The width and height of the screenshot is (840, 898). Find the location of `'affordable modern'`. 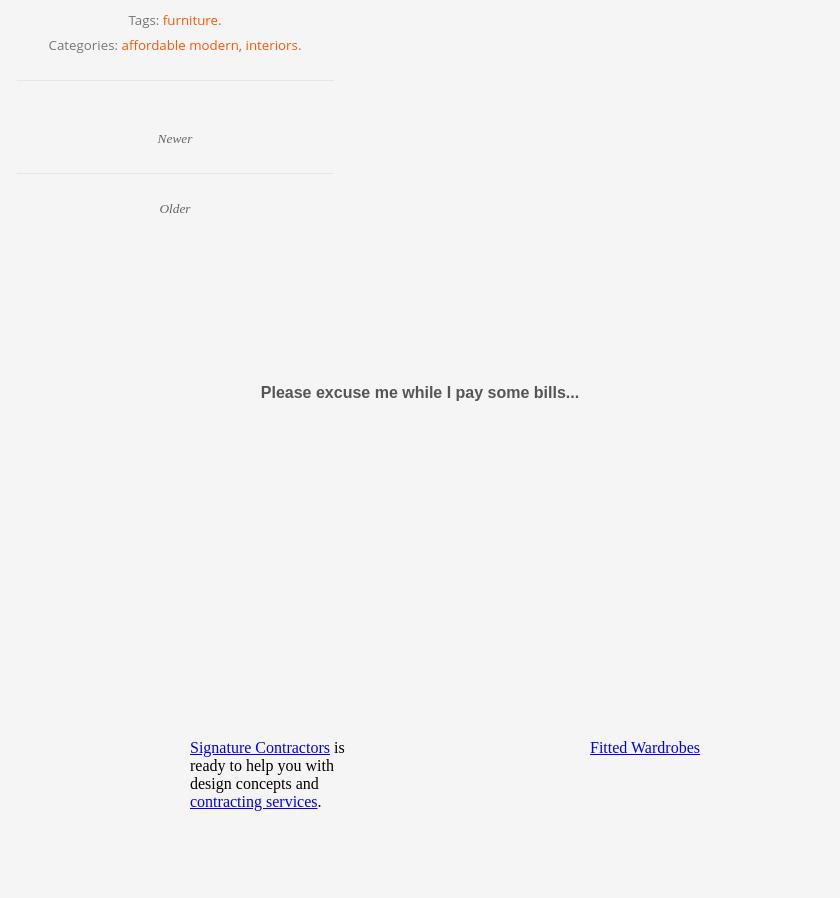

'affordable modern' is located at coordinates (179, 43).